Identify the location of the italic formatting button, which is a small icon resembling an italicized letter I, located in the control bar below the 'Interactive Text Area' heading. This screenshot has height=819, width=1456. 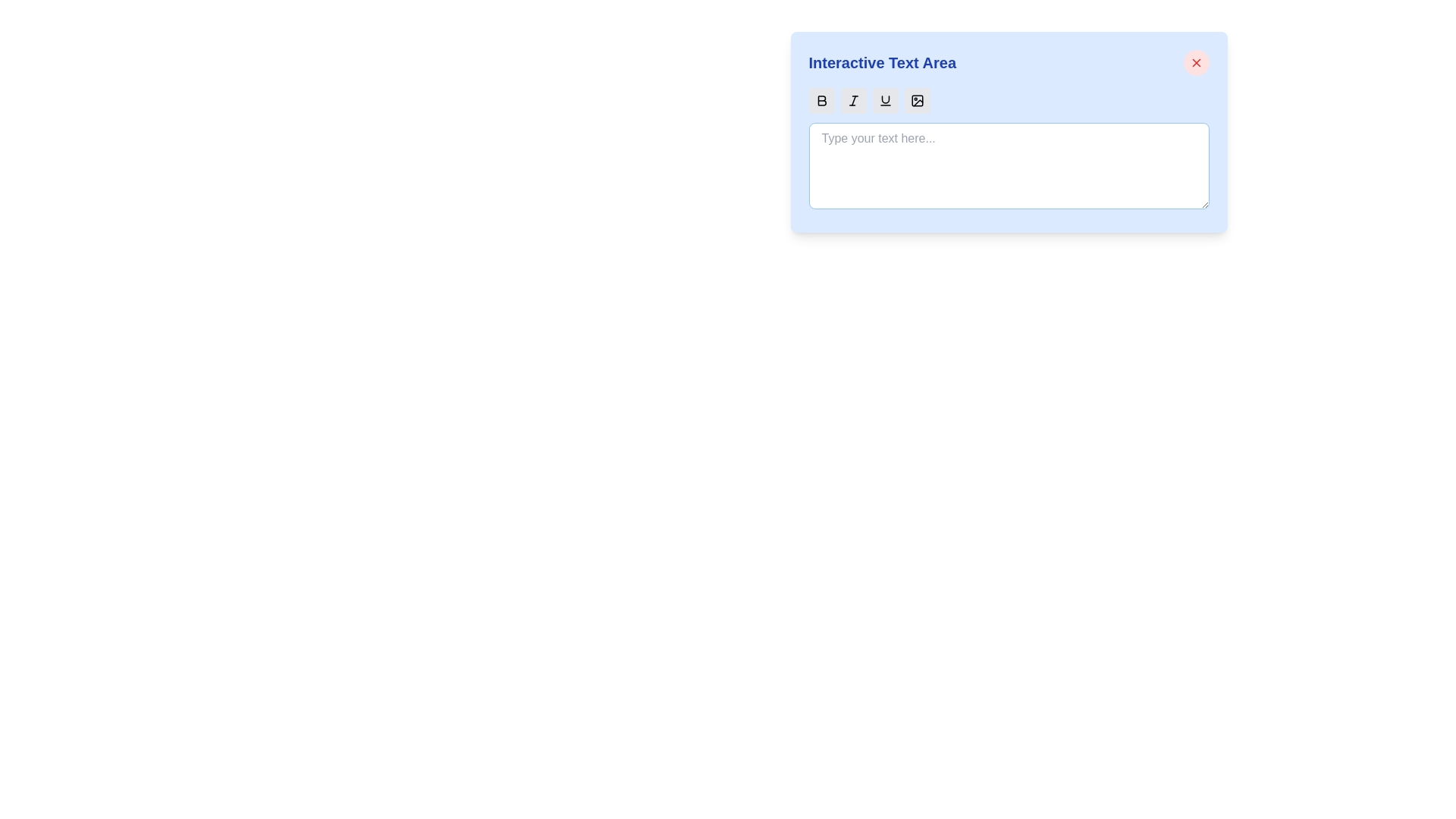
(853, 100).